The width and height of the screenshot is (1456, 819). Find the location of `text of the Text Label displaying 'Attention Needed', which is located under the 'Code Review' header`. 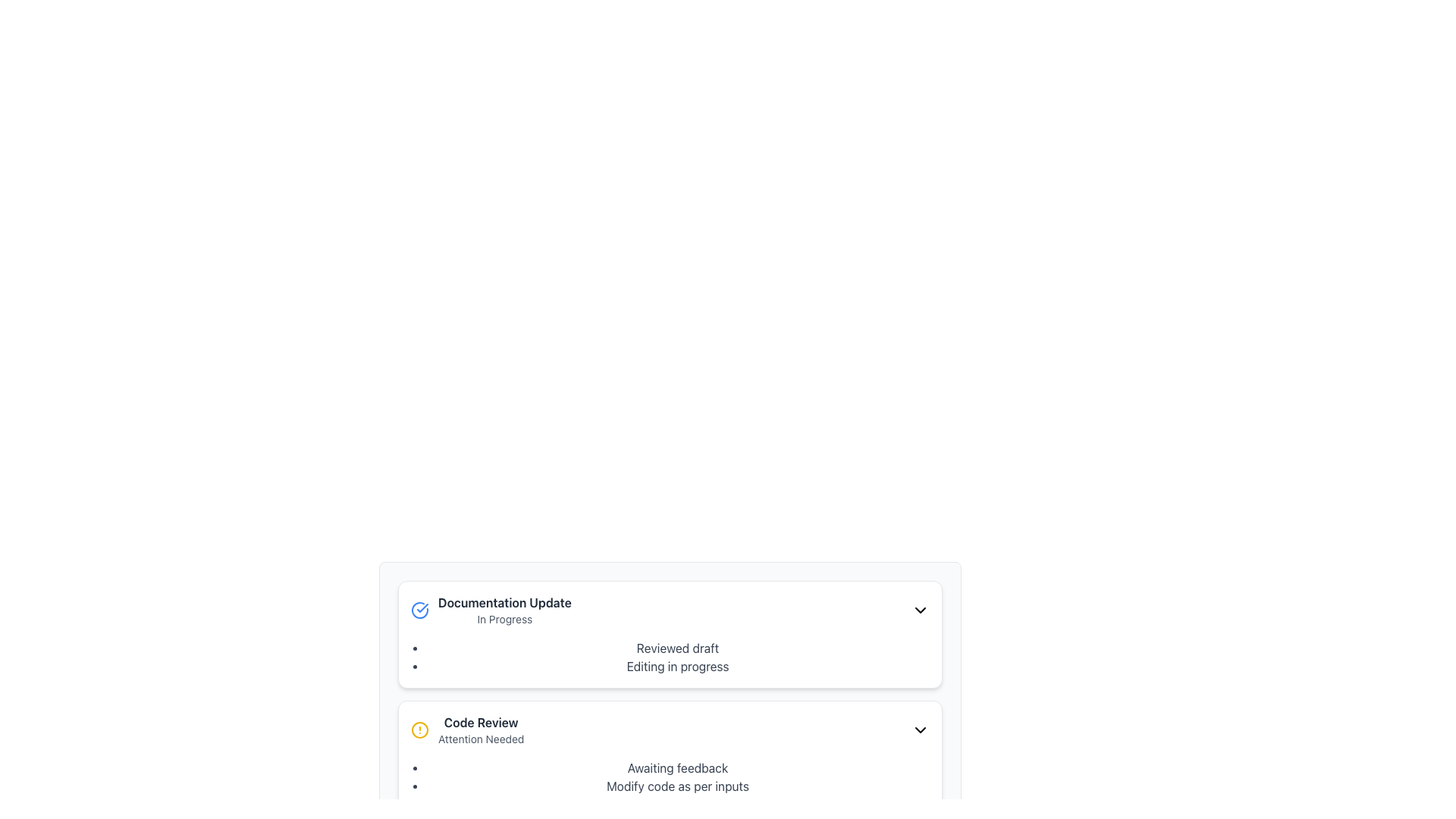

text of the Text Label displaying 'Attention Needed', which is located under the 'Code Review' header is located at coordinates (480, 739).